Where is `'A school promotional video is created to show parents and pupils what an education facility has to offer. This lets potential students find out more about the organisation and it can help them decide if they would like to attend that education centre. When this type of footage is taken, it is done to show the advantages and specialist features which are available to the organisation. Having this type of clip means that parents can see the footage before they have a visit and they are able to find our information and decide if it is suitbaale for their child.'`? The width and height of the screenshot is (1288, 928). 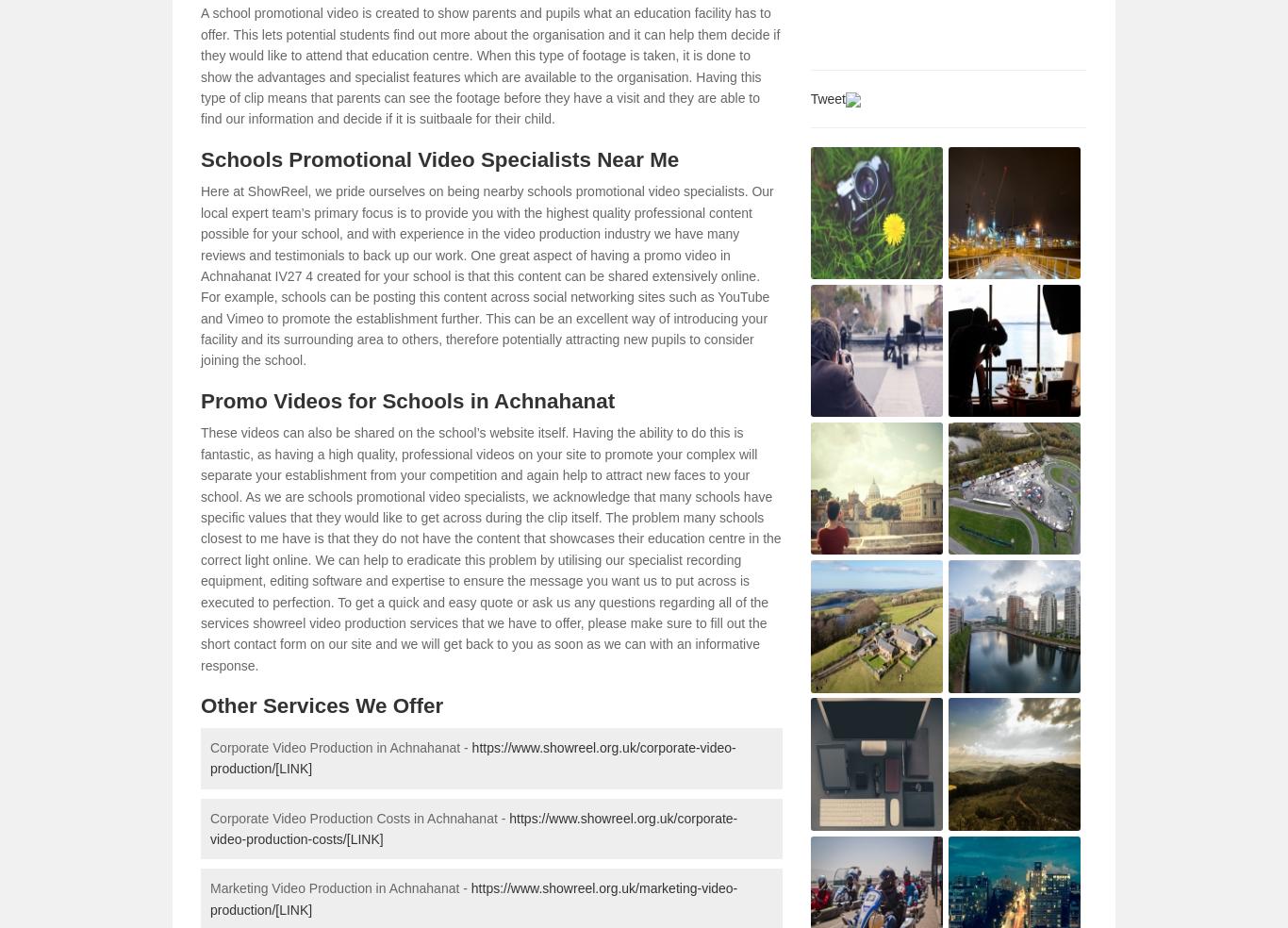
'A school promotional video is created to show parents and pupils what an education facility has to offer. This lets potential students find out more about the organisation and it can help them decide if they would like to attend that education centre. When this type of footage is taken, it is done to show the advantages and specialist features which are available to the organisation. Having this type of clip means that parents can see the footage before they have a visit and they are able to find our information and decide if it is suitbaale for their child.' is located at coordinates (490, 64).